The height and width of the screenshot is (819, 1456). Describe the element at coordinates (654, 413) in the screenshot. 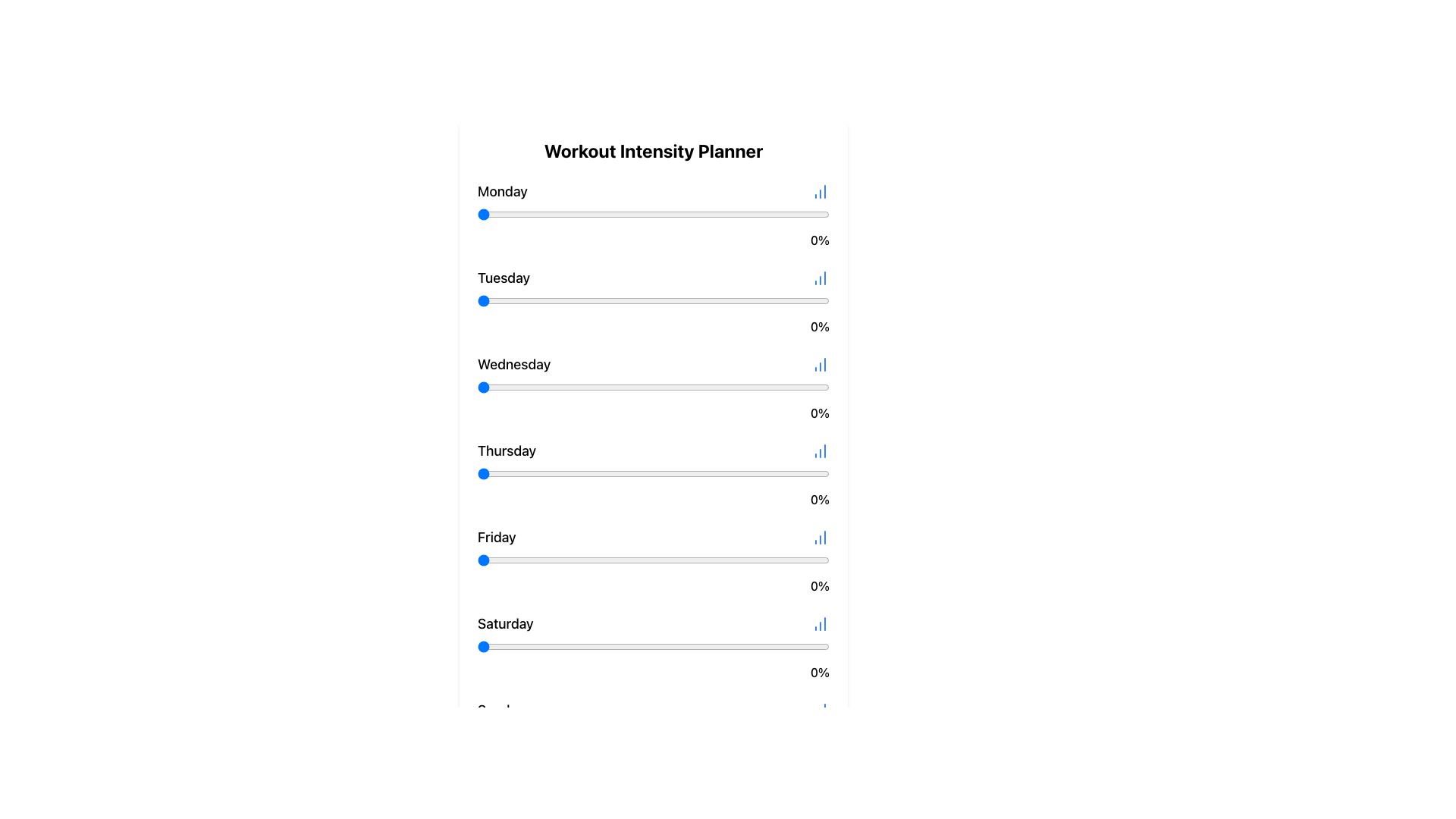

I see `the text display showing '0%' in the Wednesday section of the weekly planner interface, located below the intensity slider` at that location.